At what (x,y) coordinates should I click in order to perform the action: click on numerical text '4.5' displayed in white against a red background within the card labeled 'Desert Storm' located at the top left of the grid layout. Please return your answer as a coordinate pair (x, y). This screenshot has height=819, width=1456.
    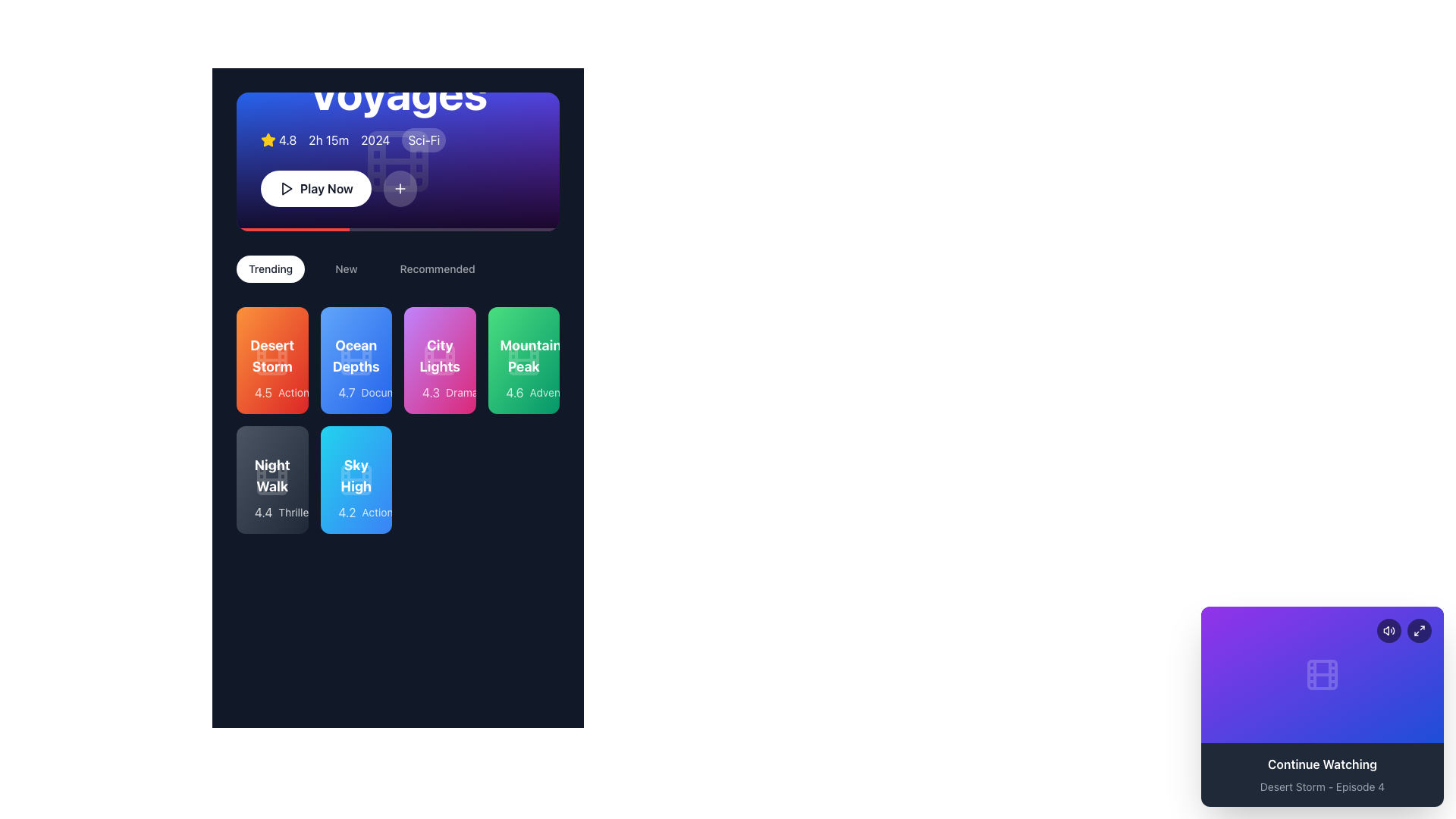
    Looking at the image, I should click on (263, 392).